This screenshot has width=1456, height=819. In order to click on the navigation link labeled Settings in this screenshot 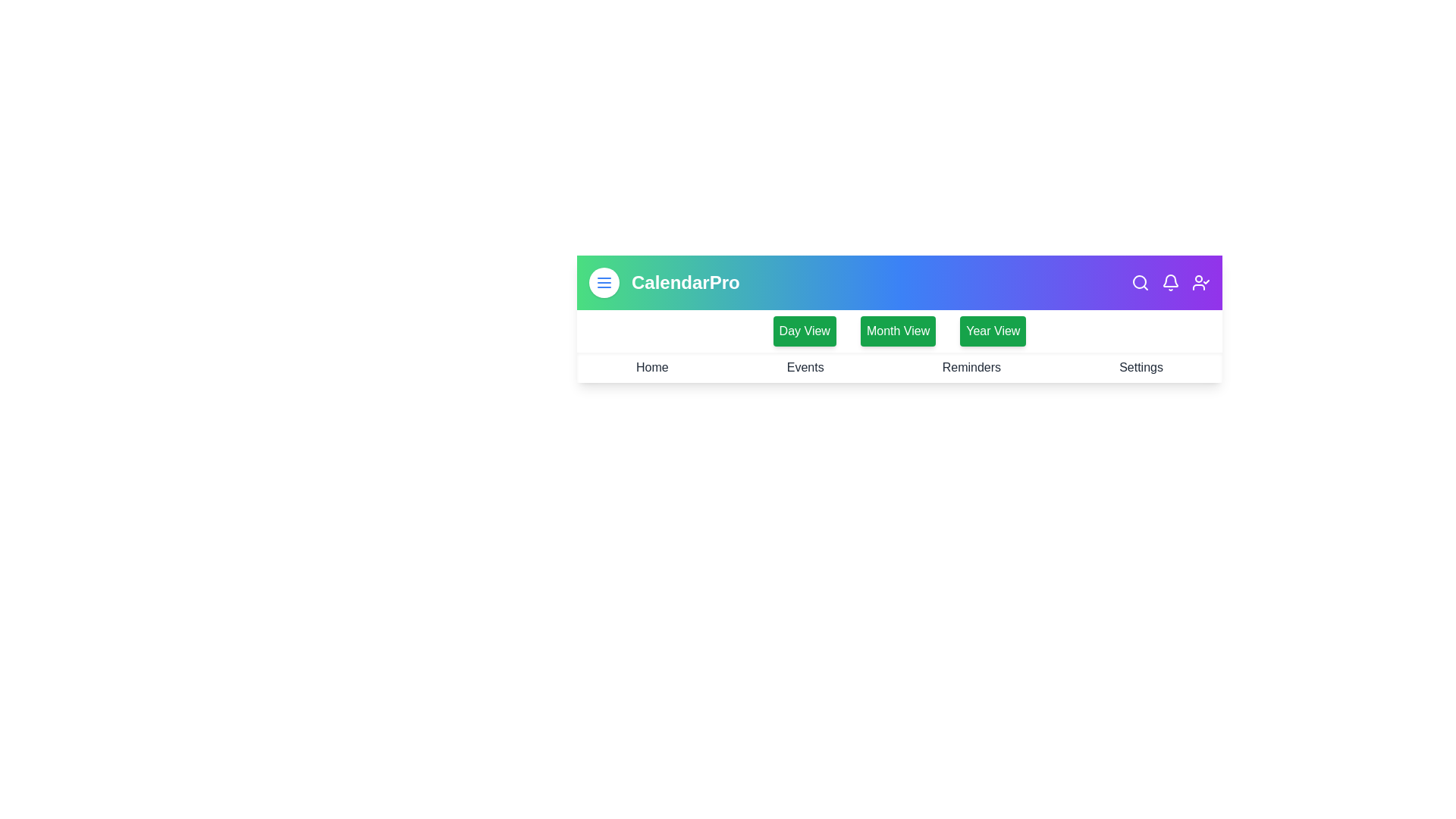, I will do `click(1141, 368)`.